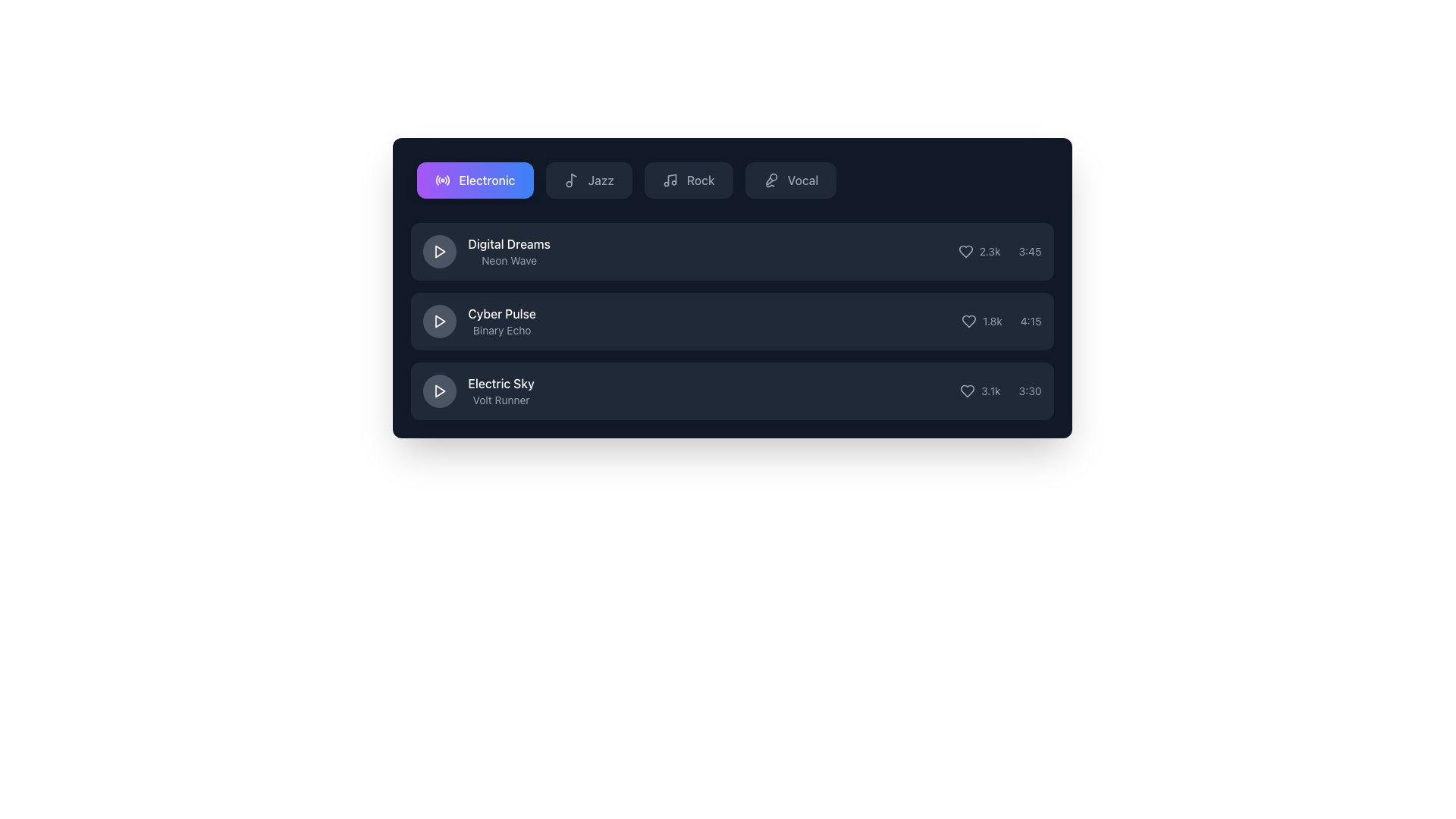  I want to click on the play button for the audio track 'Cyber Pulse' by 'Binary Echo', so click(438, 321).